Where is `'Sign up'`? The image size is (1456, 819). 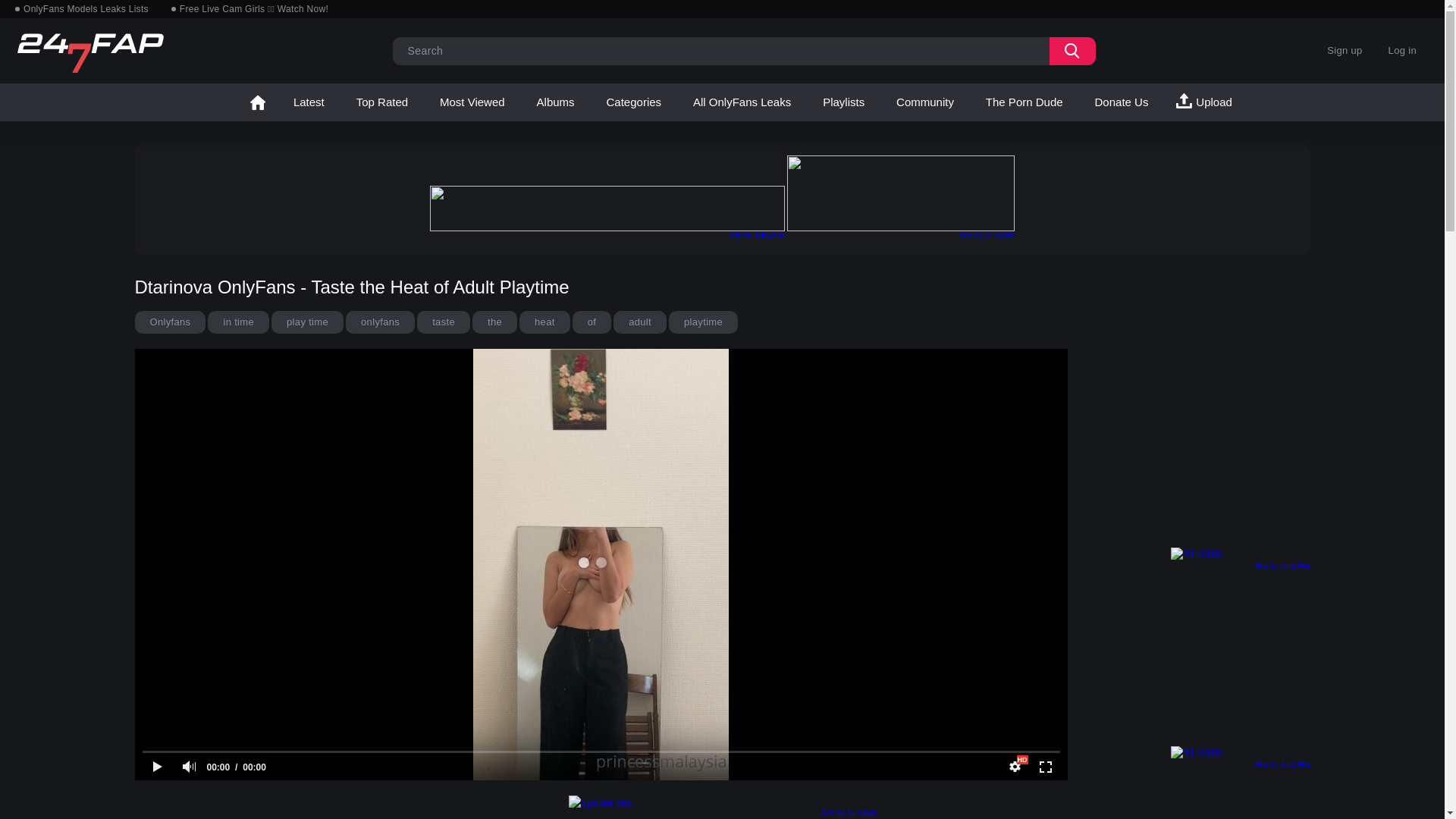
'Sign up' is located at coordinates (1344, 49).